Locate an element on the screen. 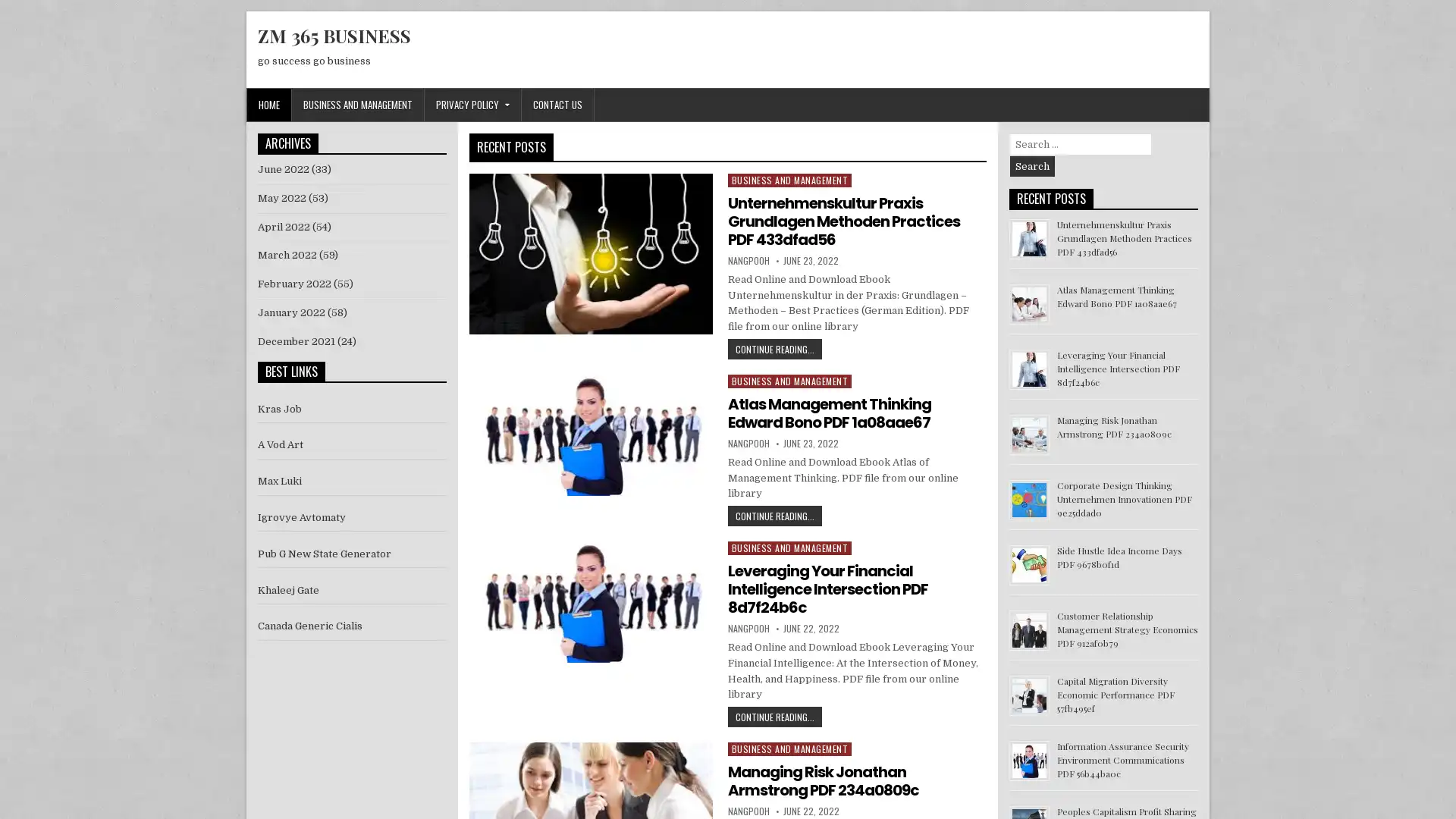 The height and width of the screenshot is (819, 1456). Search is located at coordinates (1031, 166).